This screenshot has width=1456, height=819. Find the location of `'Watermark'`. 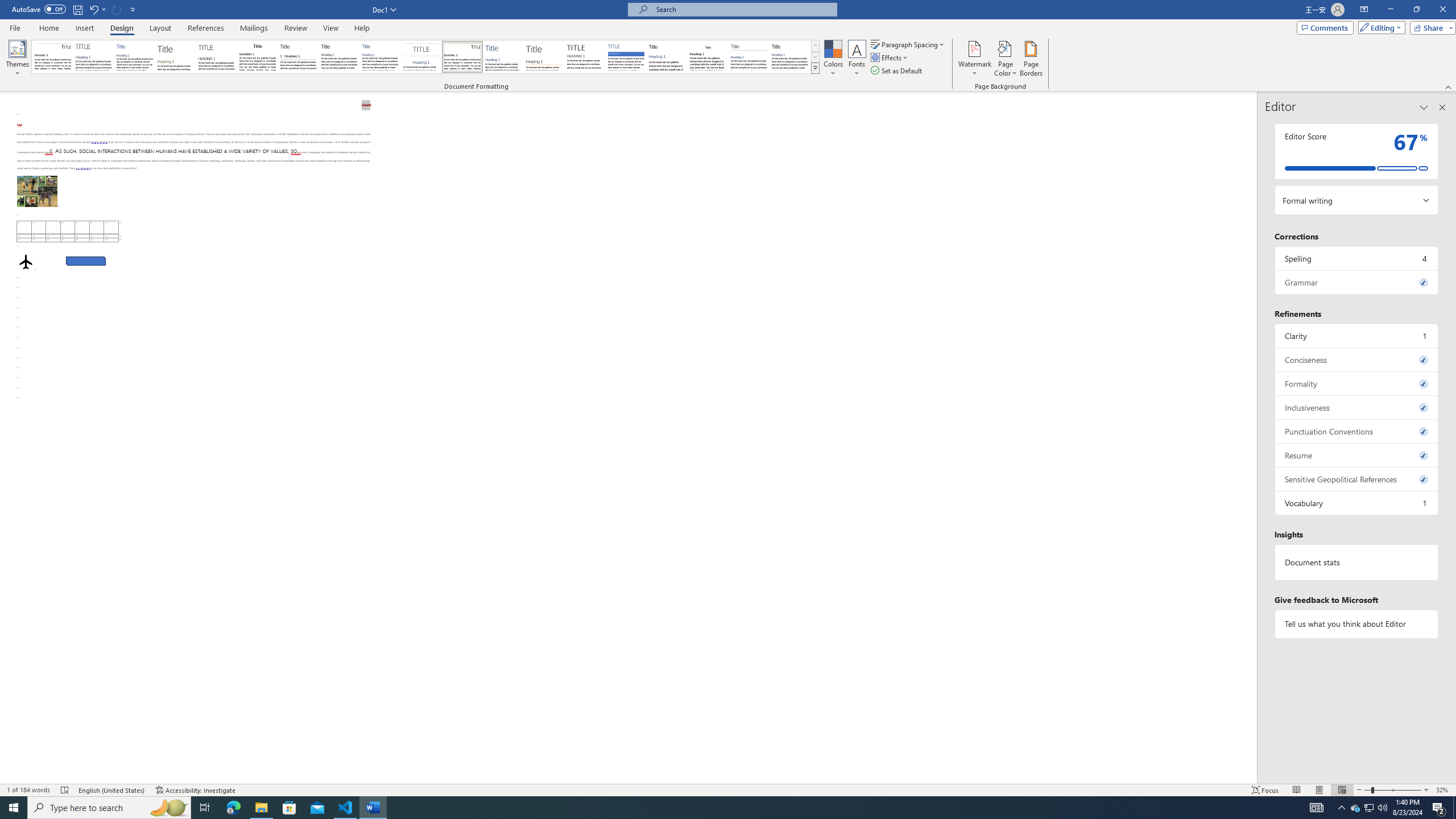

'Watermark' is located at coordinates (974, 59).